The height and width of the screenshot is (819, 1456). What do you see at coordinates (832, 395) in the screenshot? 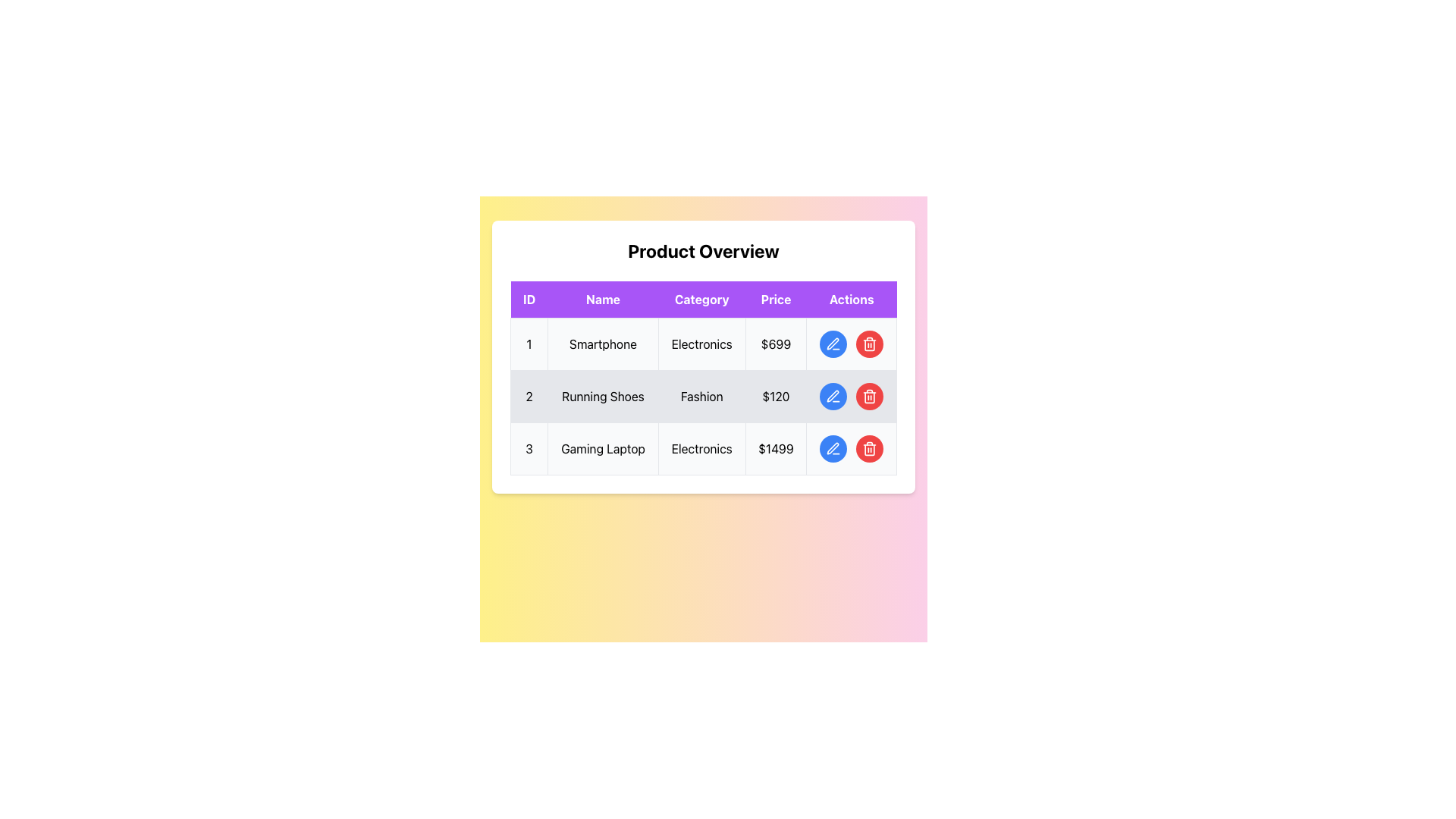
I see `the pen icon in the 'Actions' column of the table row for 'Running Shoes', which signifies editing functionality` at bounding box center [832, 395].